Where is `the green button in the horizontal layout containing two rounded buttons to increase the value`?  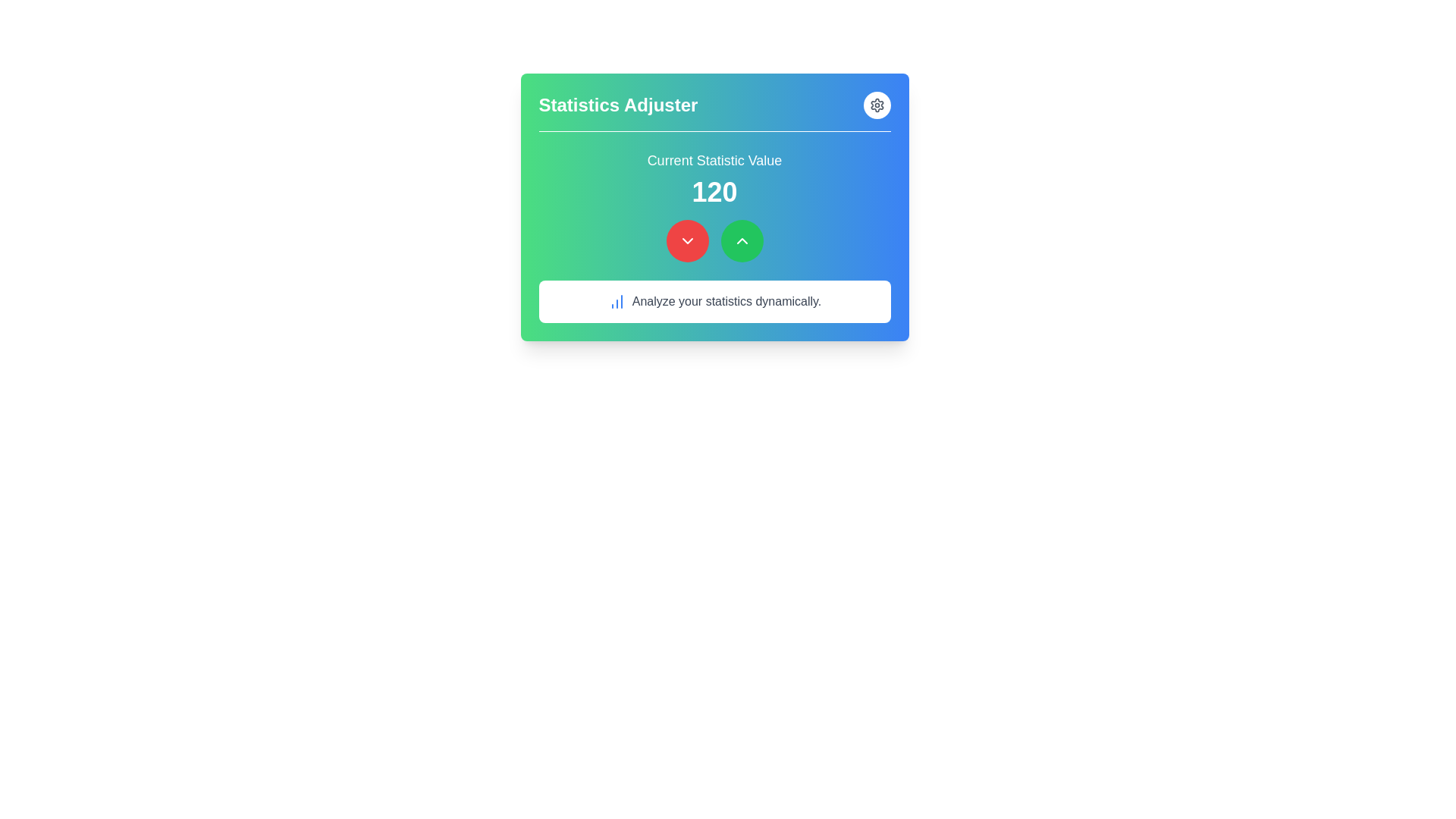
the green button in the horizontal layout containing two rounded buttons to increase the value is located at coordinates (714, 240).